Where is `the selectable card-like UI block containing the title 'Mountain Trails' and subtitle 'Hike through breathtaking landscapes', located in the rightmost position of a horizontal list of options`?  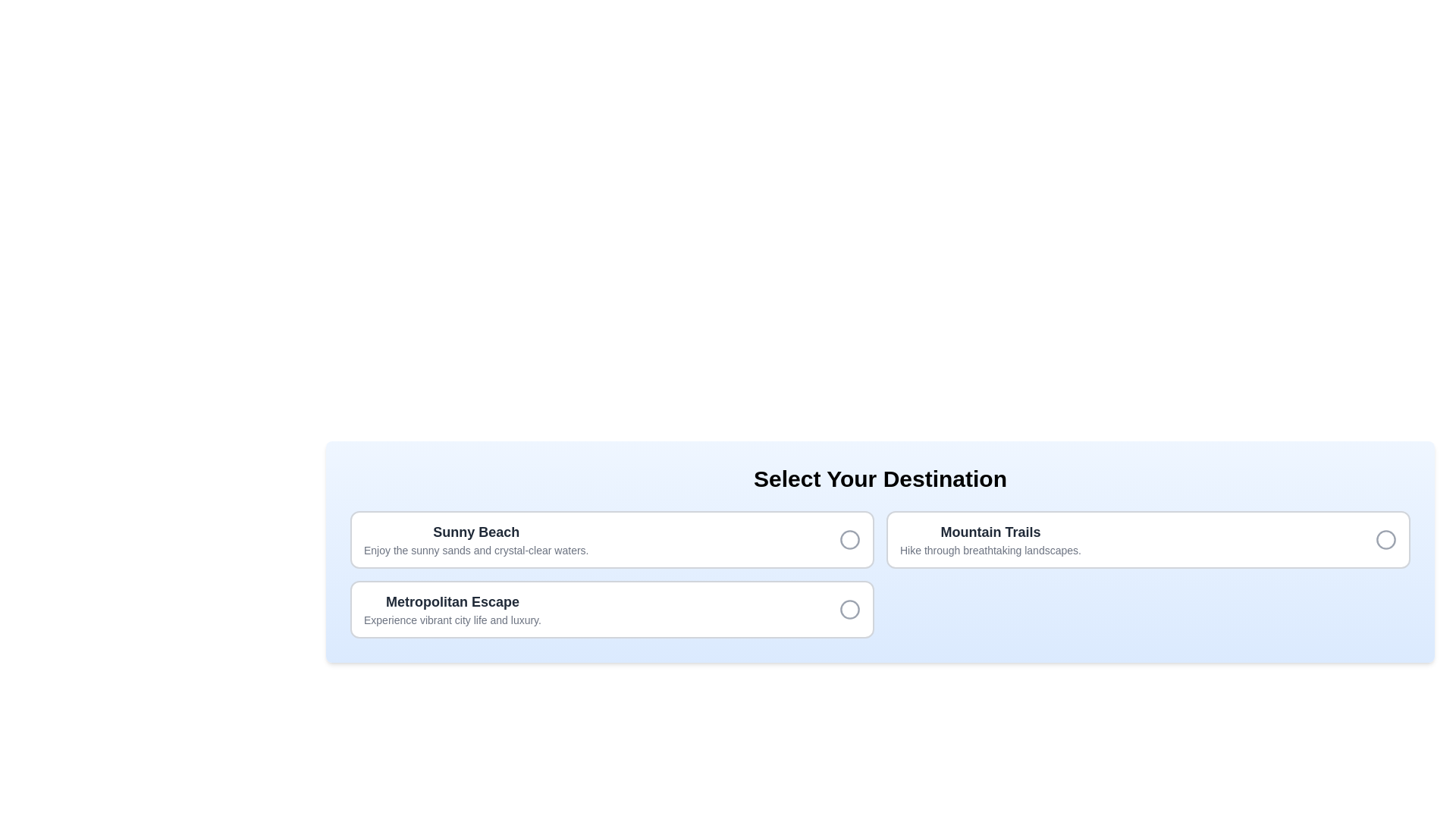
the selectable card-like UI block containing the title 'Mountain Trails' and subtitle 'Hike through breathtaking landscapes', located in the rightmost position of a horizontal list of options is located at coordinates (990, 539).